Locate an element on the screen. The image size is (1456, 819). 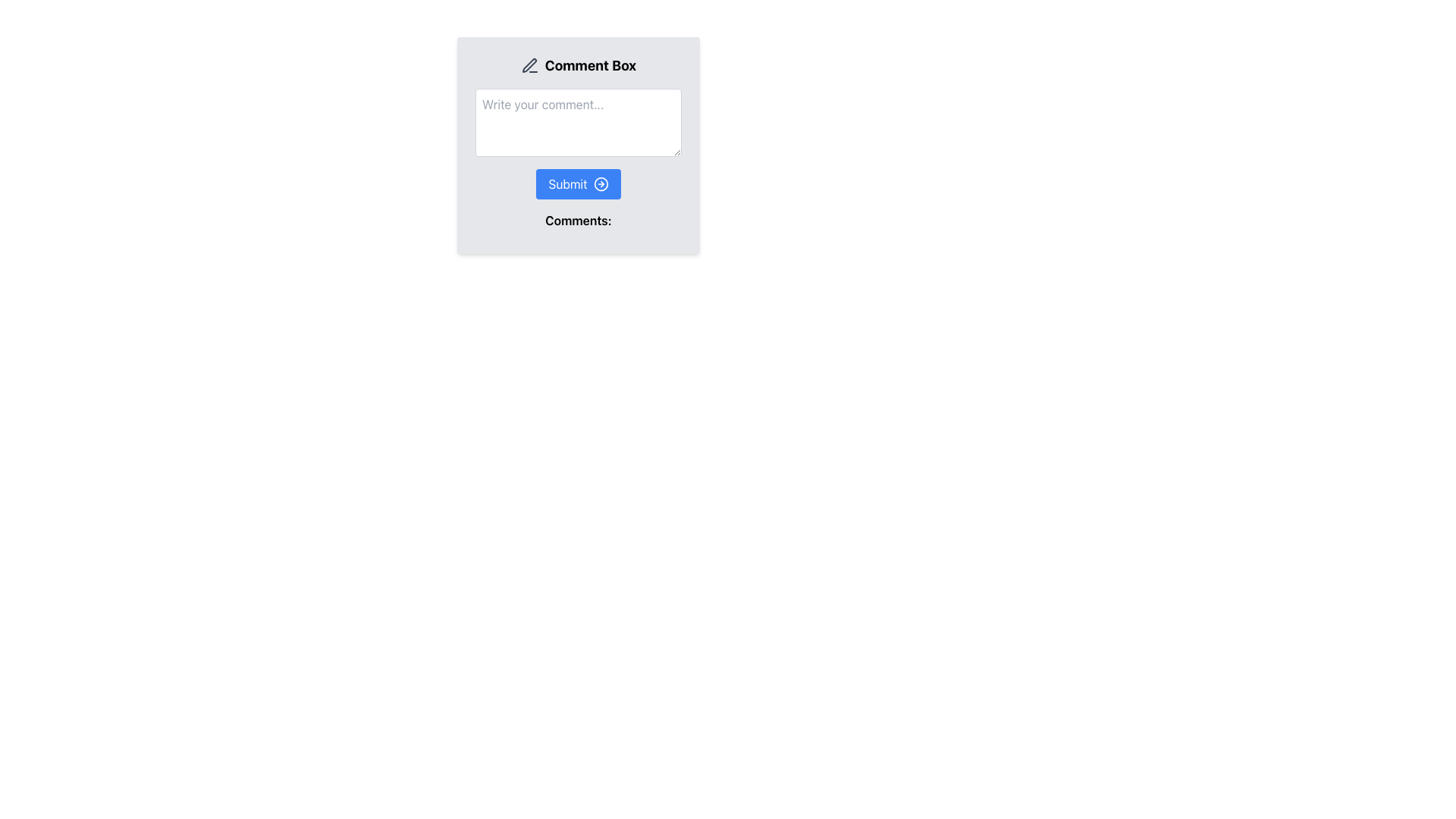
the small, stylized pen icon located near the top left of the interface, adjacent to the 'Comment Box' label is located at coordinates (529, 64).